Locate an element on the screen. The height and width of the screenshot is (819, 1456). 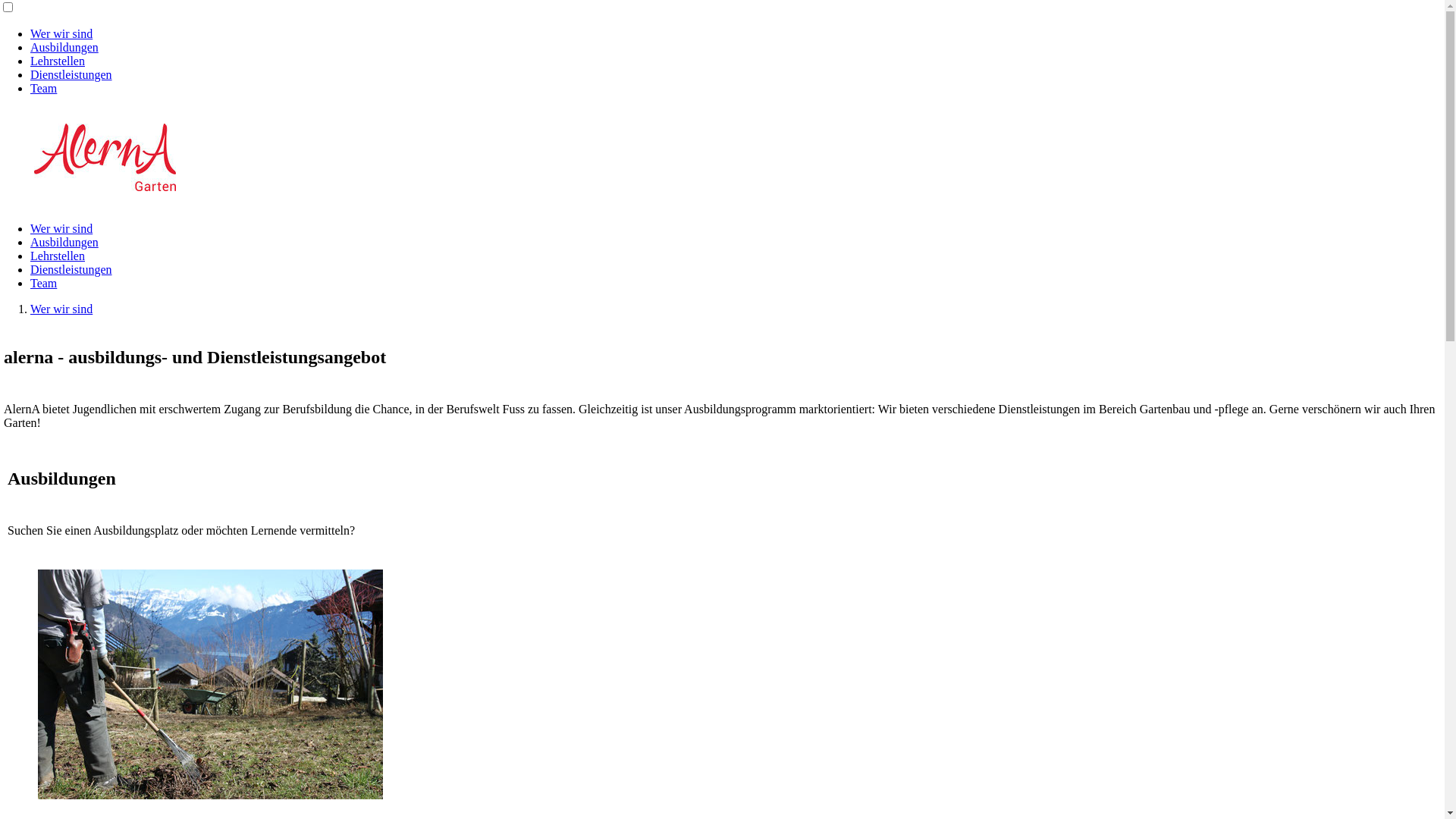
'Ausbildungen' is located at coordinates (64, 241).